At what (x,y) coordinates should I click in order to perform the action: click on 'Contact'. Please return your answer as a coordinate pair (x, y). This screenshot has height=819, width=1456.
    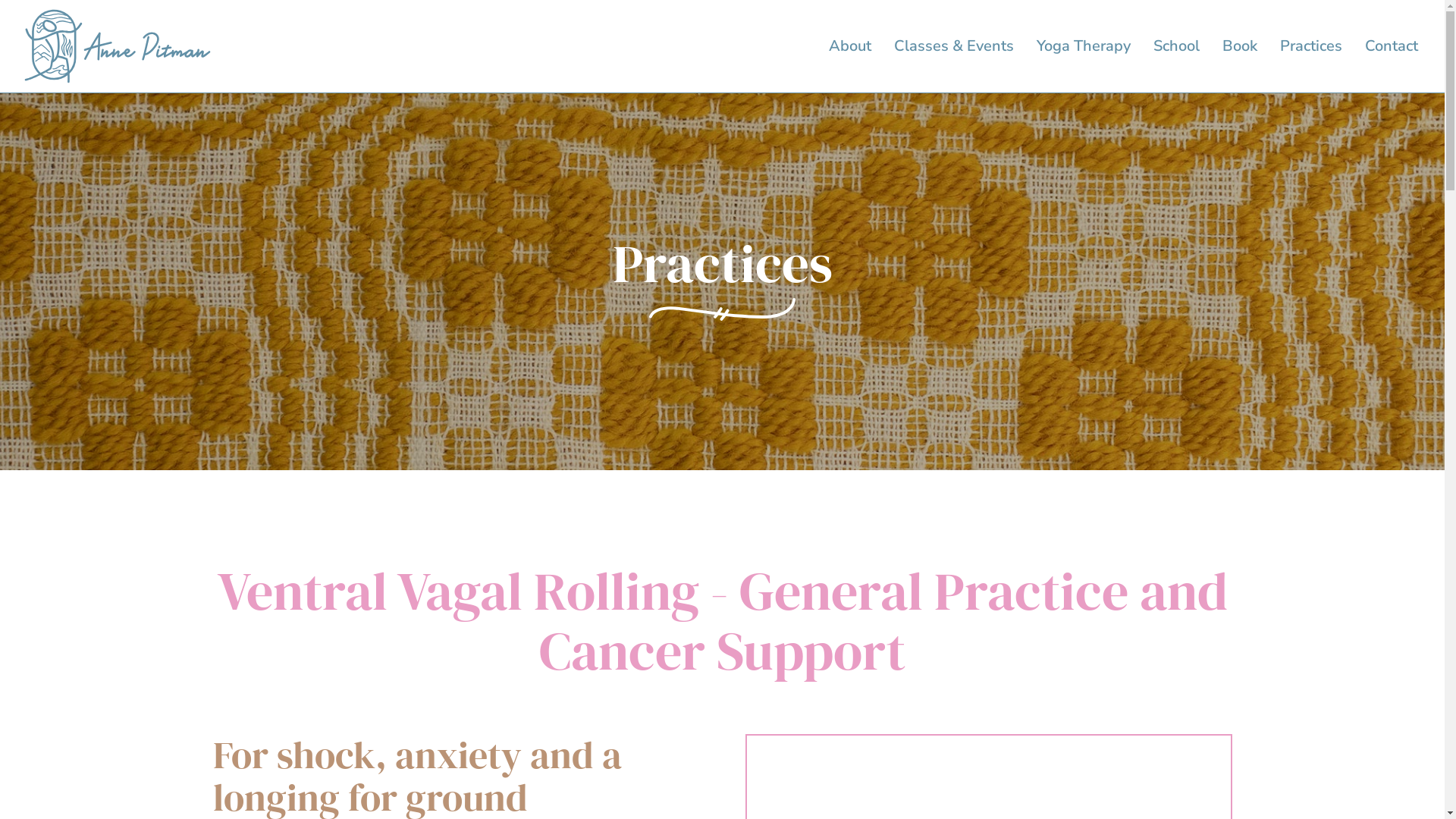
    Looking at the image, I should click on (1391, 45).